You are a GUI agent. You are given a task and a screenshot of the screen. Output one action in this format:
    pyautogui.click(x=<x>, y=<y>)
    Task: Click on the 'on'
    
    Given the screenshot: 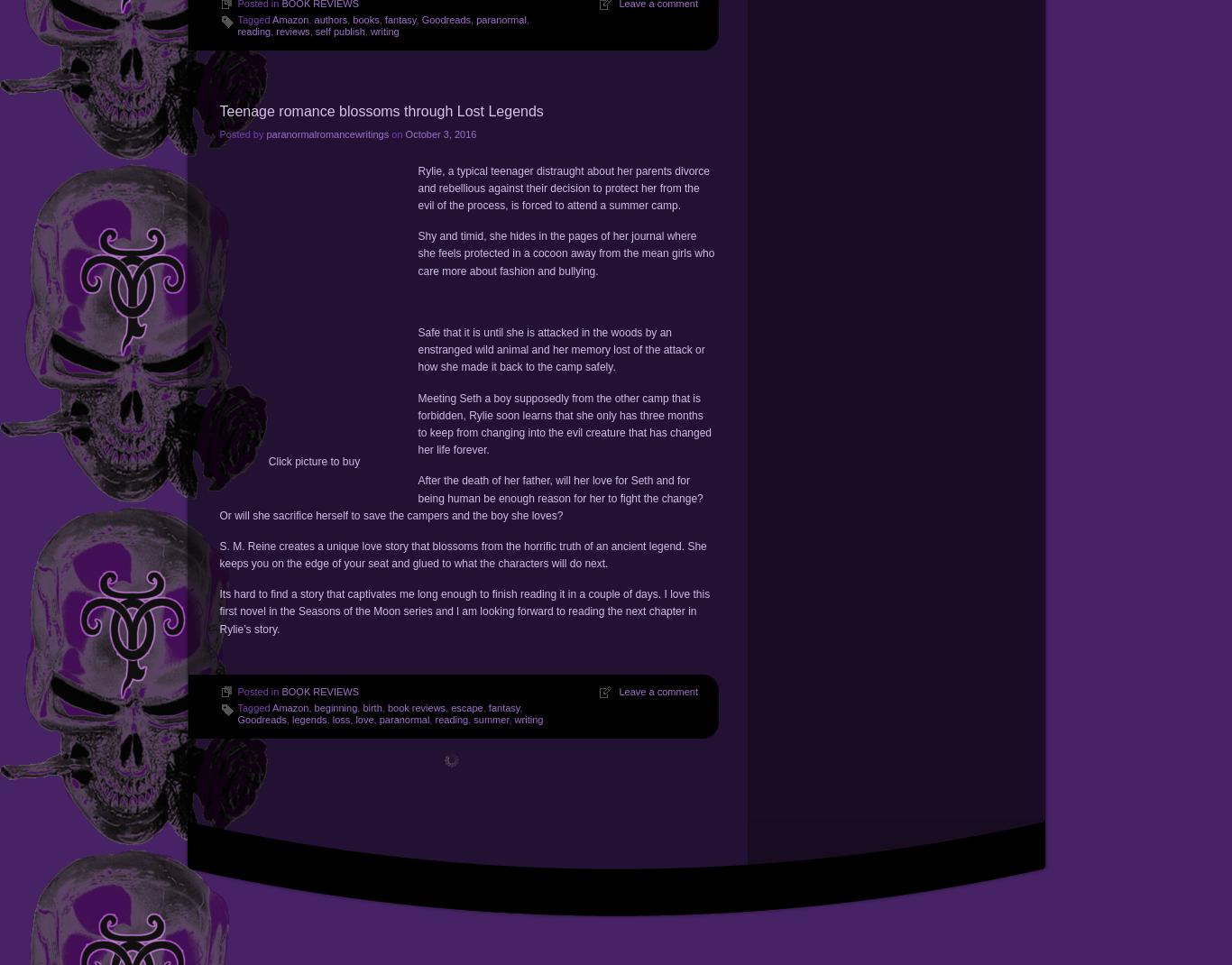 What is the action you would take?
    pyautogui.click(x=395, y=133)
    